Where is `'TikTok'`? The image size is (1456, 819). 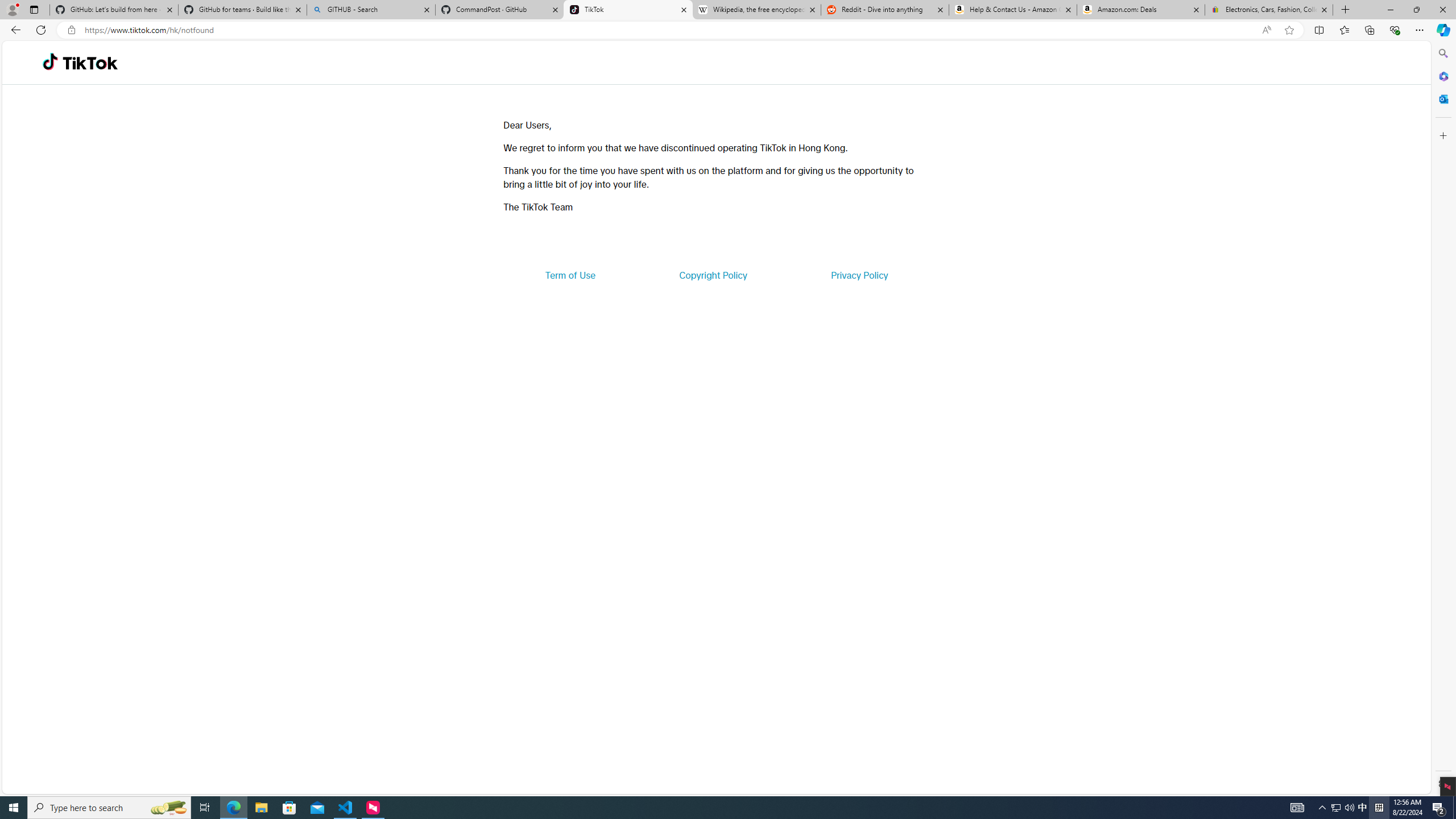
'TikTok' is located at coordinates (90, 63).